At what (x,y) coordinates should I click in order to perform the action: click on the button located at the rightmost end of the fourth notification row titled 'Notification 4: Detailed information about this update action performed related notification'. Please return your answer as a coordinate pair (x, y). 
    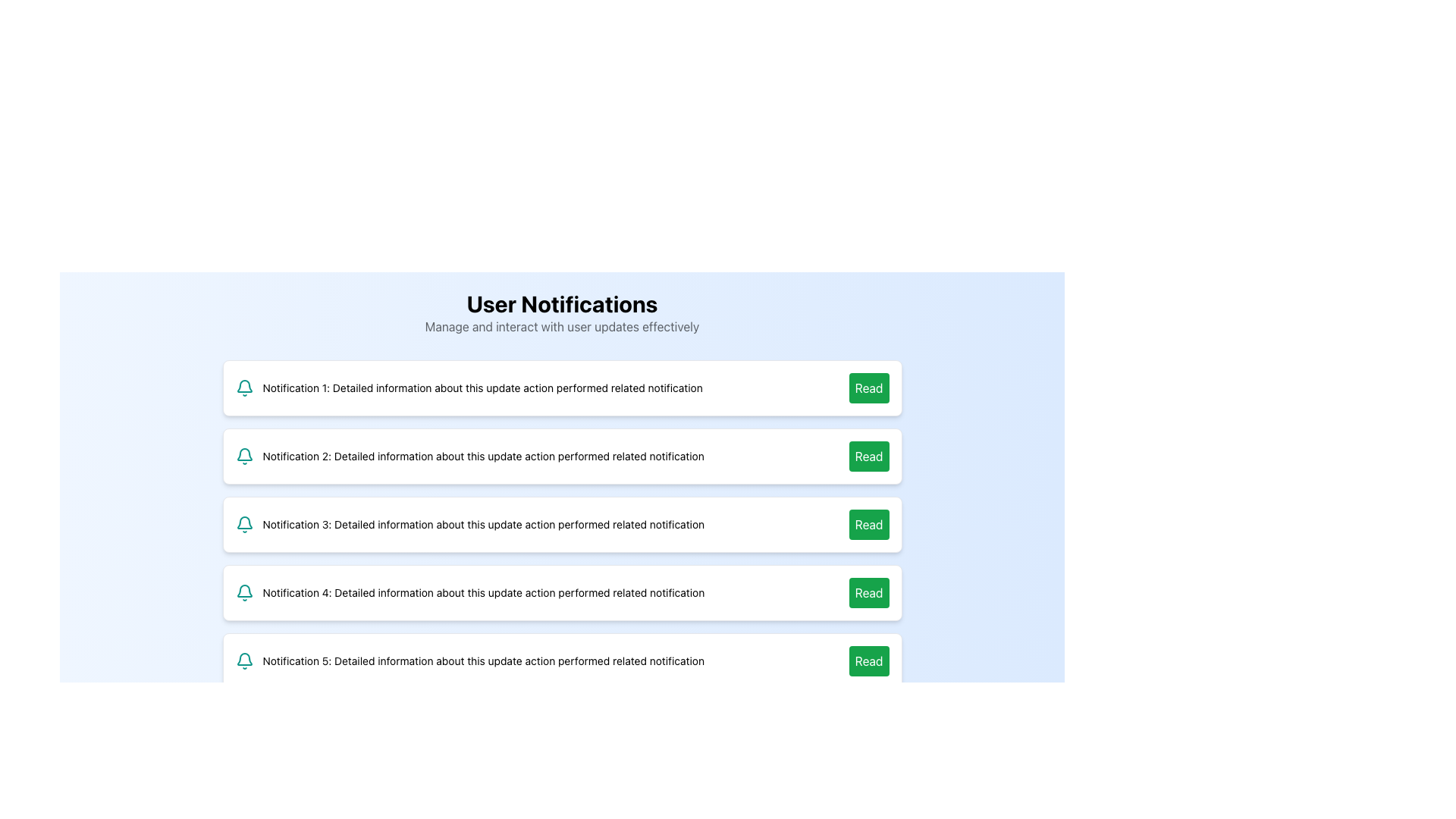
    Looking at the image, I should click on (869, 592).